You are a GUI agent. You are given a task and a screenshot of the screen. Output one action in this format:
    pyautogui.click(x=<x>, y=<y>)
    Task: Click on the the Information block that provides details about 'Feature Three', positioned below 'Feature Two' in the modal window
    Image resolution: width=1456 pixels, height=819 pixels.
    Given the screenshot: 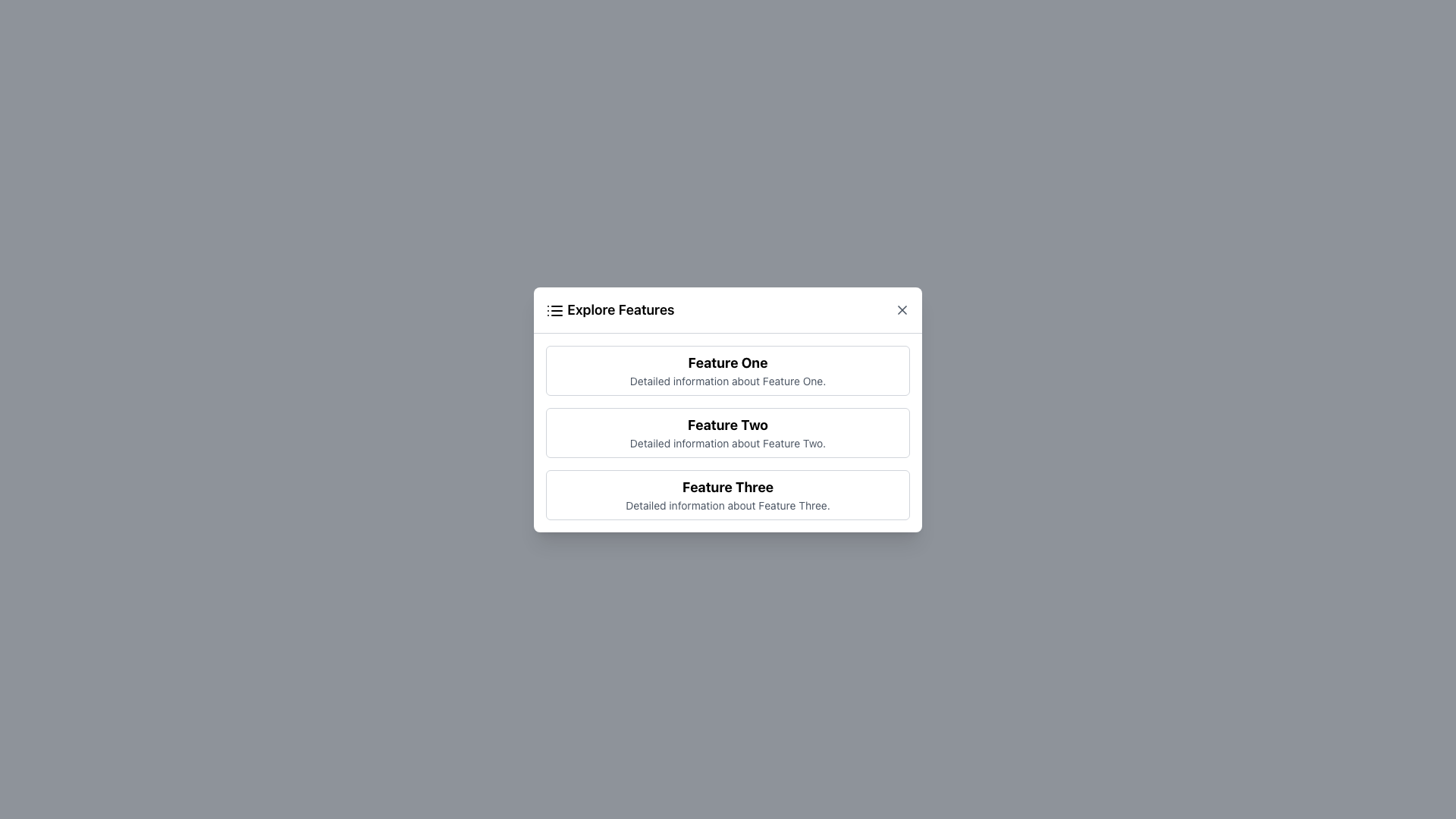 What is the action you would take?
    pyautogui.click(x=728, y=494)
    